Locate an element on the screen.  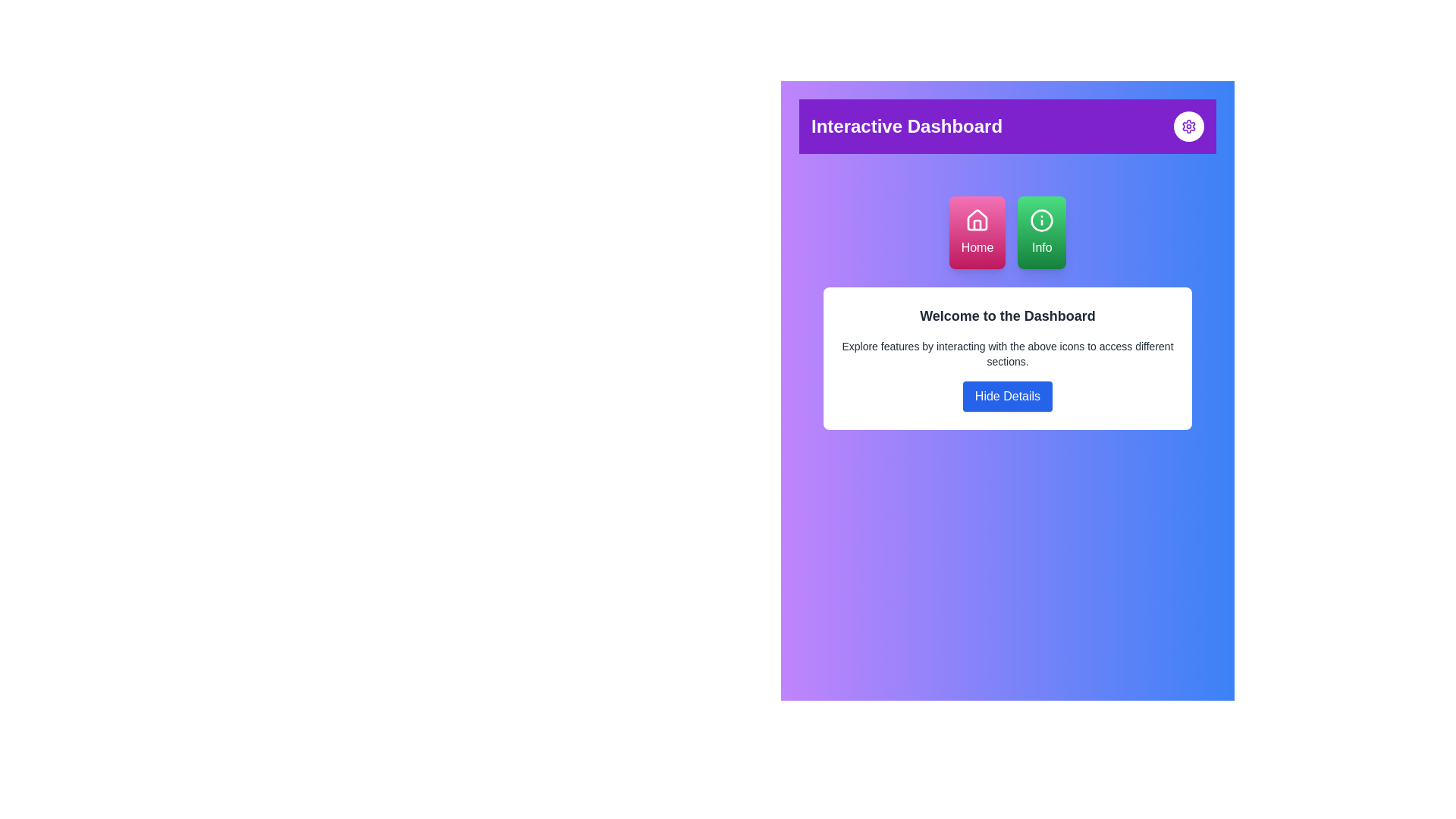
the simplistic line drawing of a house icon, which is part of the 'Home' button interface located beneath the 'Interactive Dashboard' title is located at coordinates (977, 219).